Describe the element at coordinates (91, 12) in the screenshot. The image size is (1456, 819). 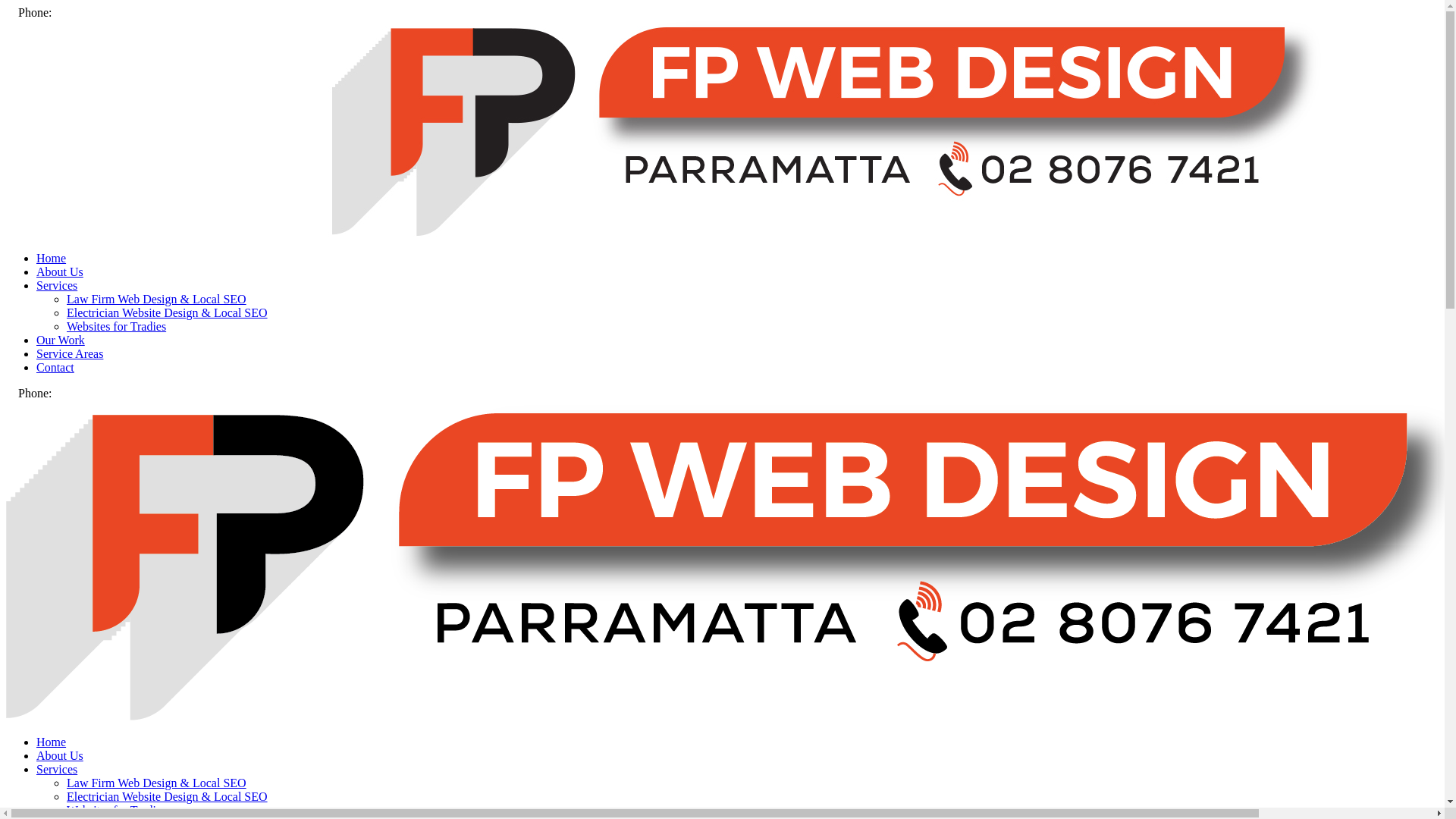
I see `'(02) 8076 7421'` at that location.